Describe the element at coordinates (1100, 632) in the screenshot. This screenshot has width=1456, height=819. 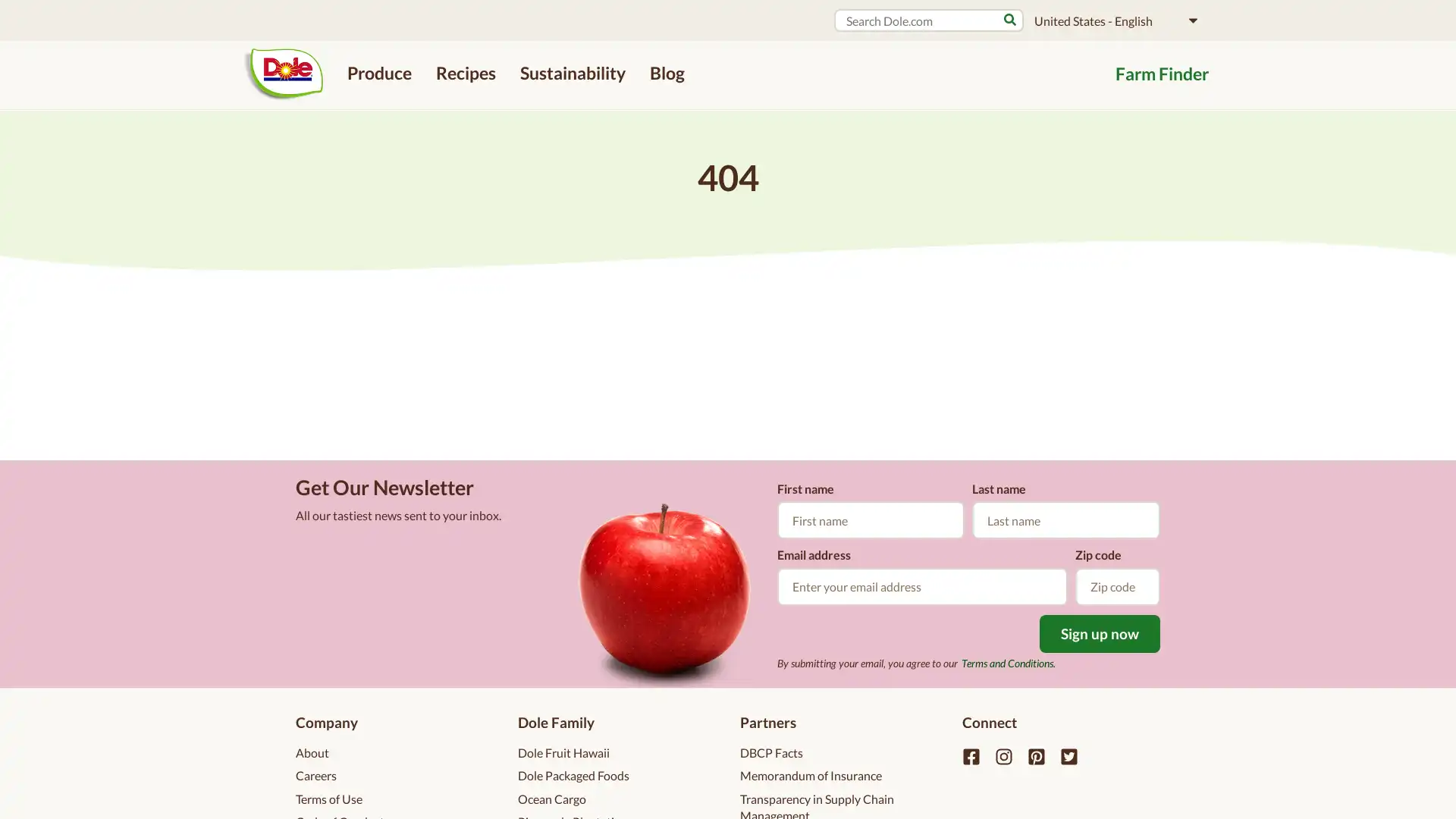
I see `Sign up now` at that location.